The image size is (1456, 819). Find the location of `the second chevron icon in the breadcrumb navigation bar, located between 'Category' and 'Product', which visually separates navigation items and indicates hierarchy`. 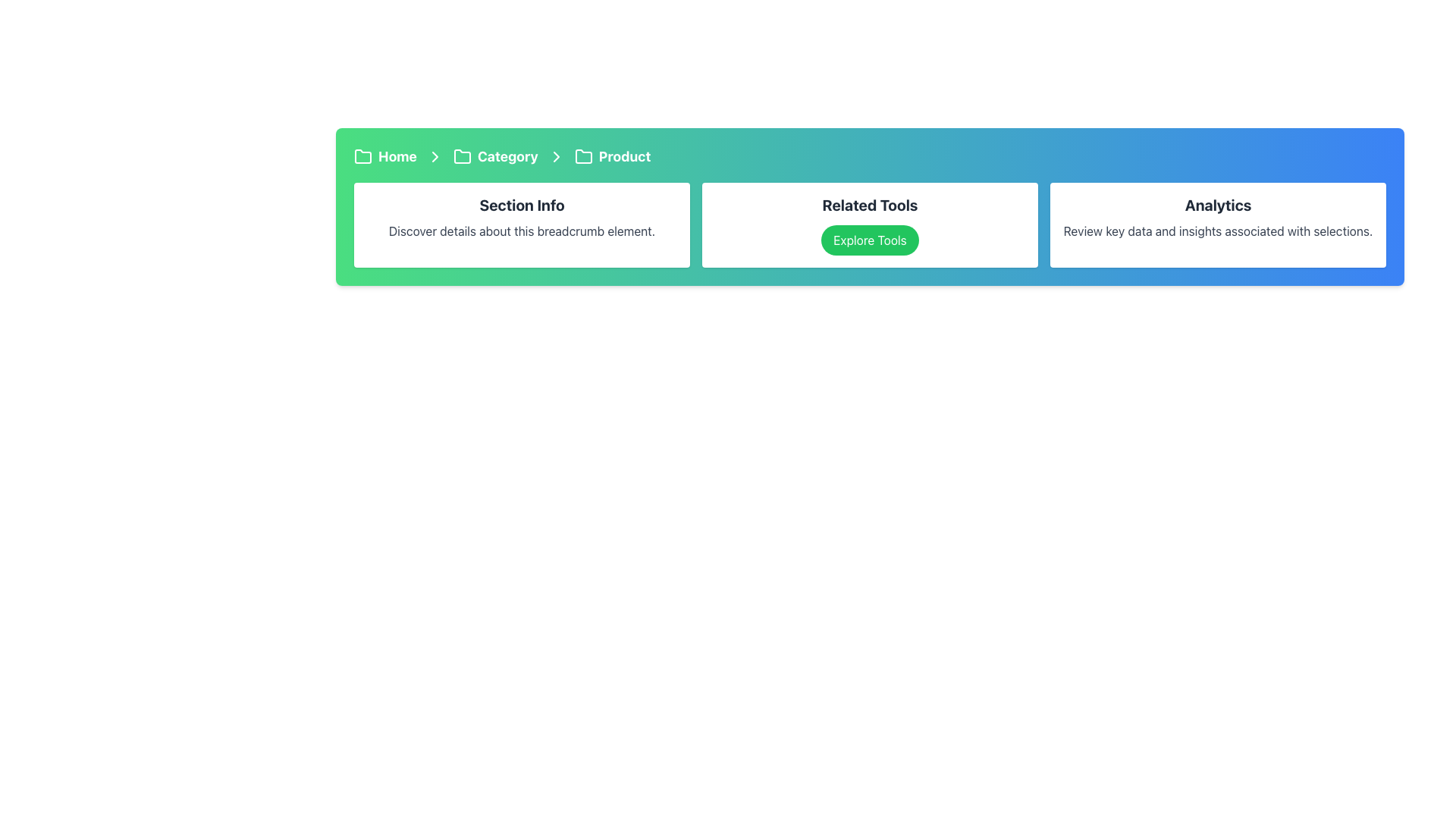

the second chevron icon in the breadcrumb navigation bar, located between 'Category' and 'Product', which visually separates navigation items and indicates hierarchy is located at coordinates (434, 157).